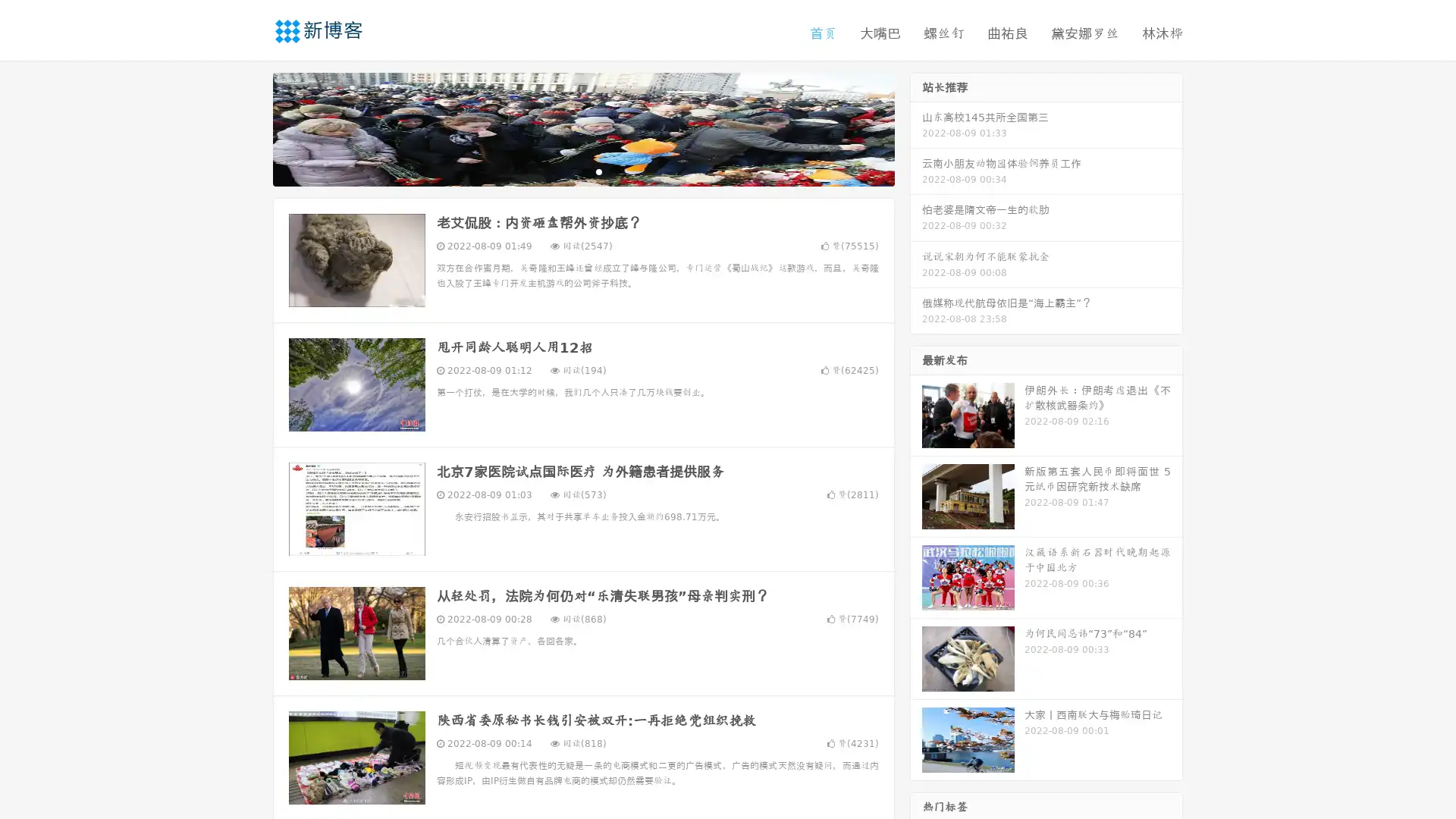 The width and height of the screenshot is (1456, 819). I want to click on Go to slide 1, so click(567, 171).